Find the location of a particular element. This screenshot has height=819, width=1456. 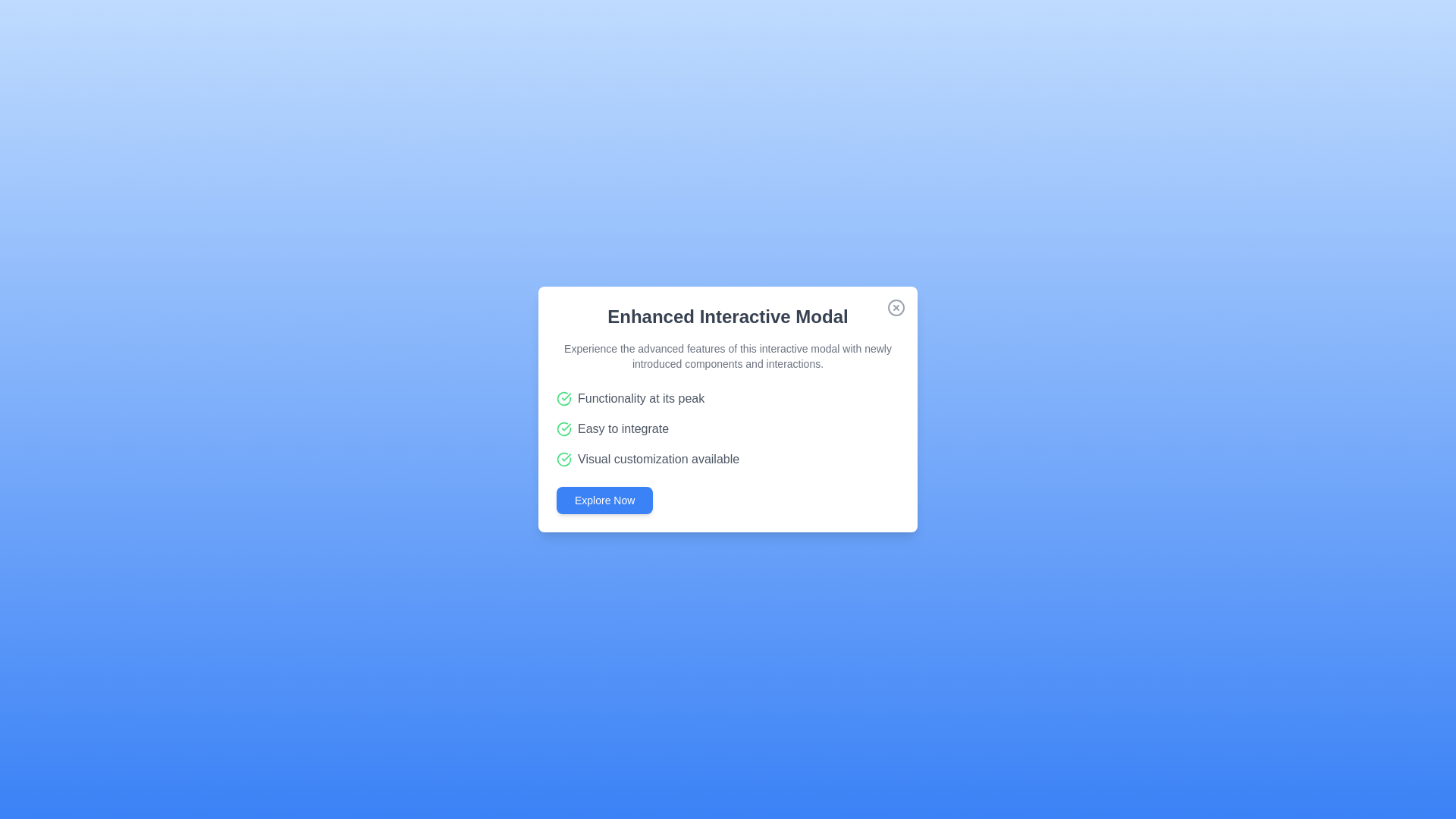

the circular close icon located at the top-right corner of the modal window is located at coordinates (896, 307).